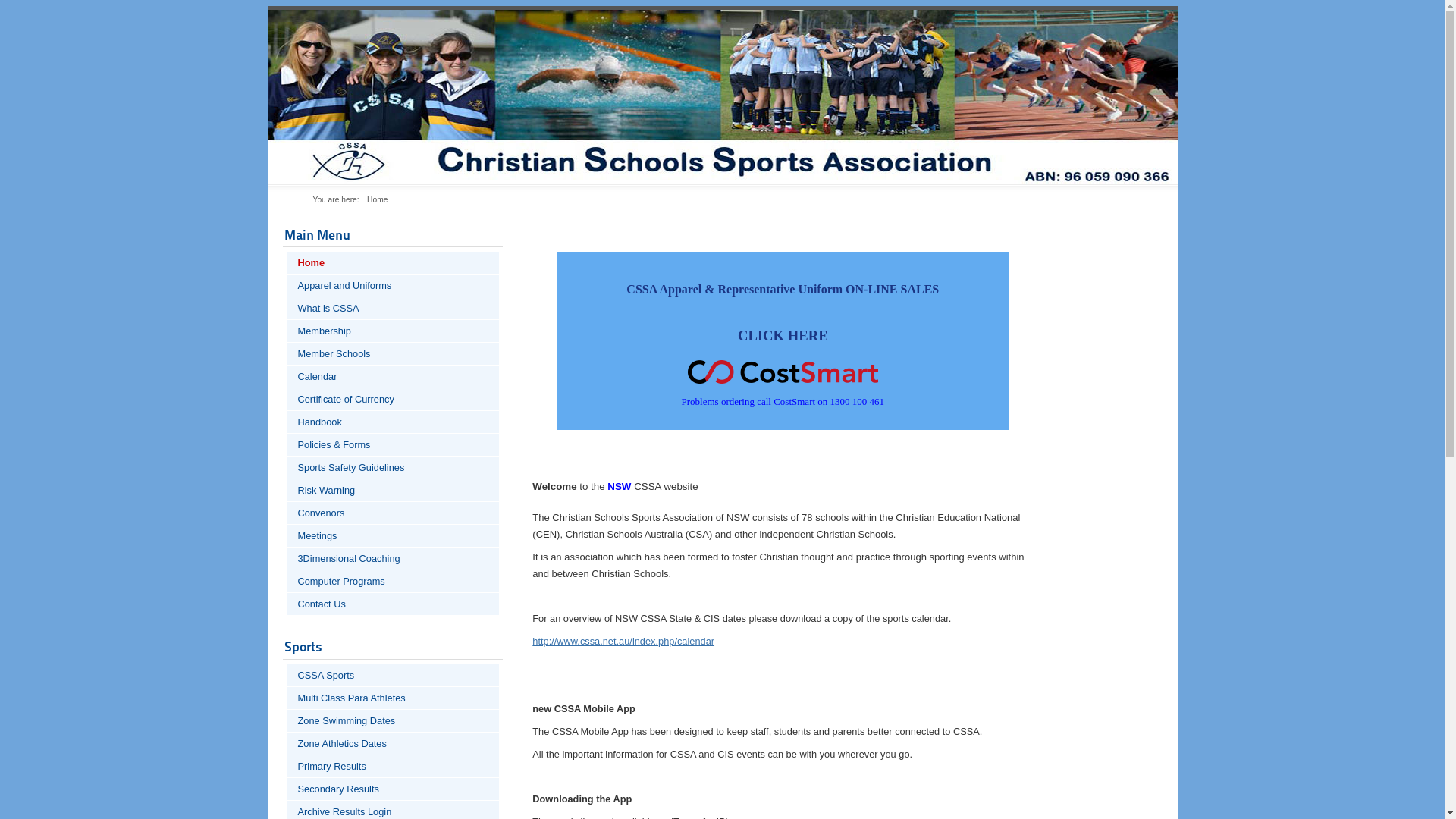  Describe the element at coordinates (393, 788) in the screenshot. I see `'Secondary Results'` at that location.